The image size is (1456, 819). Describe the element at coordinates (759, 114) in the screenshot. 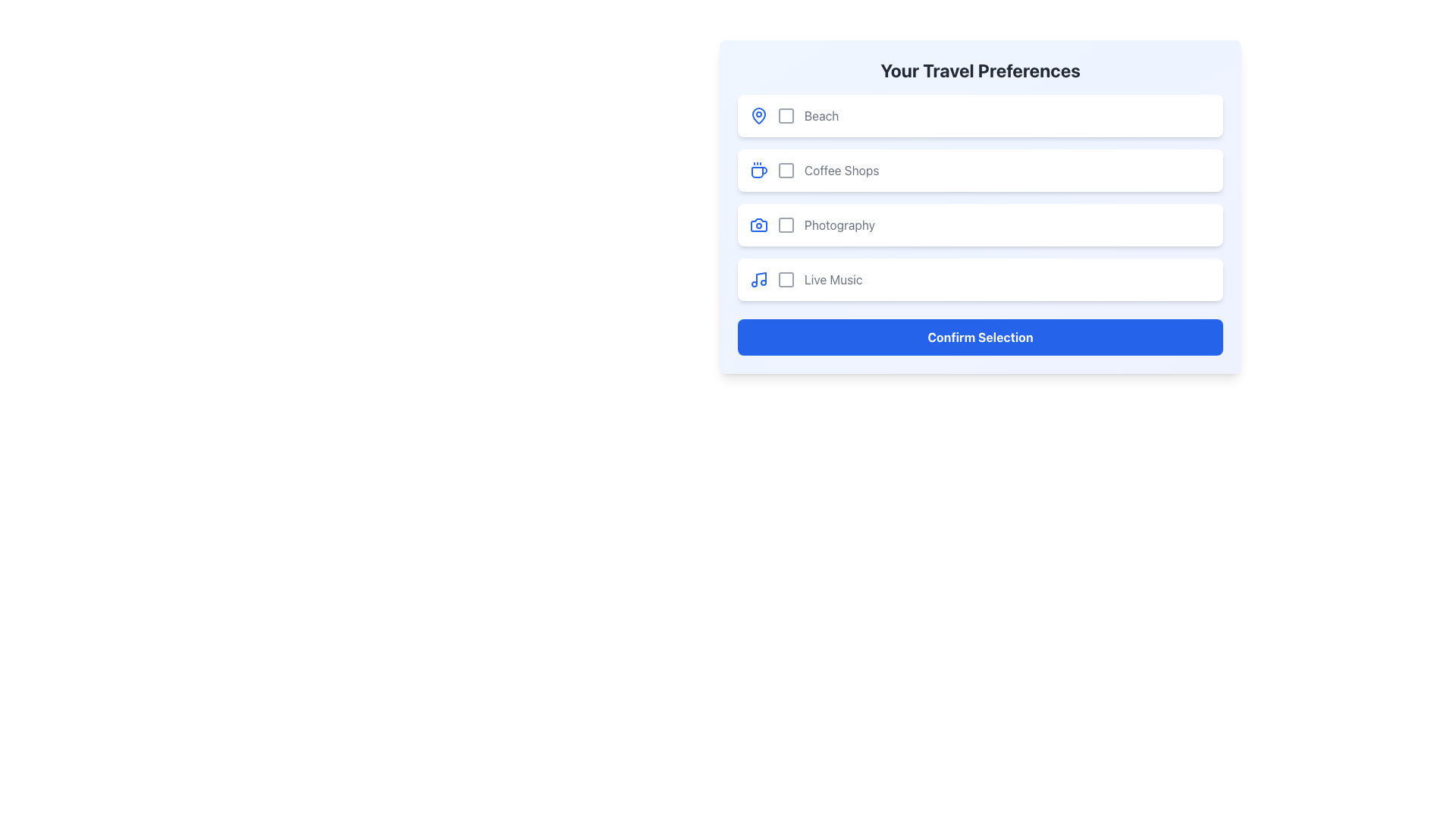

I see `the bottom part of the location pin icon, which is styled with a blue outline and located to the left of the text label 'Beach', the first option in a list of selectable preferences` at that location.